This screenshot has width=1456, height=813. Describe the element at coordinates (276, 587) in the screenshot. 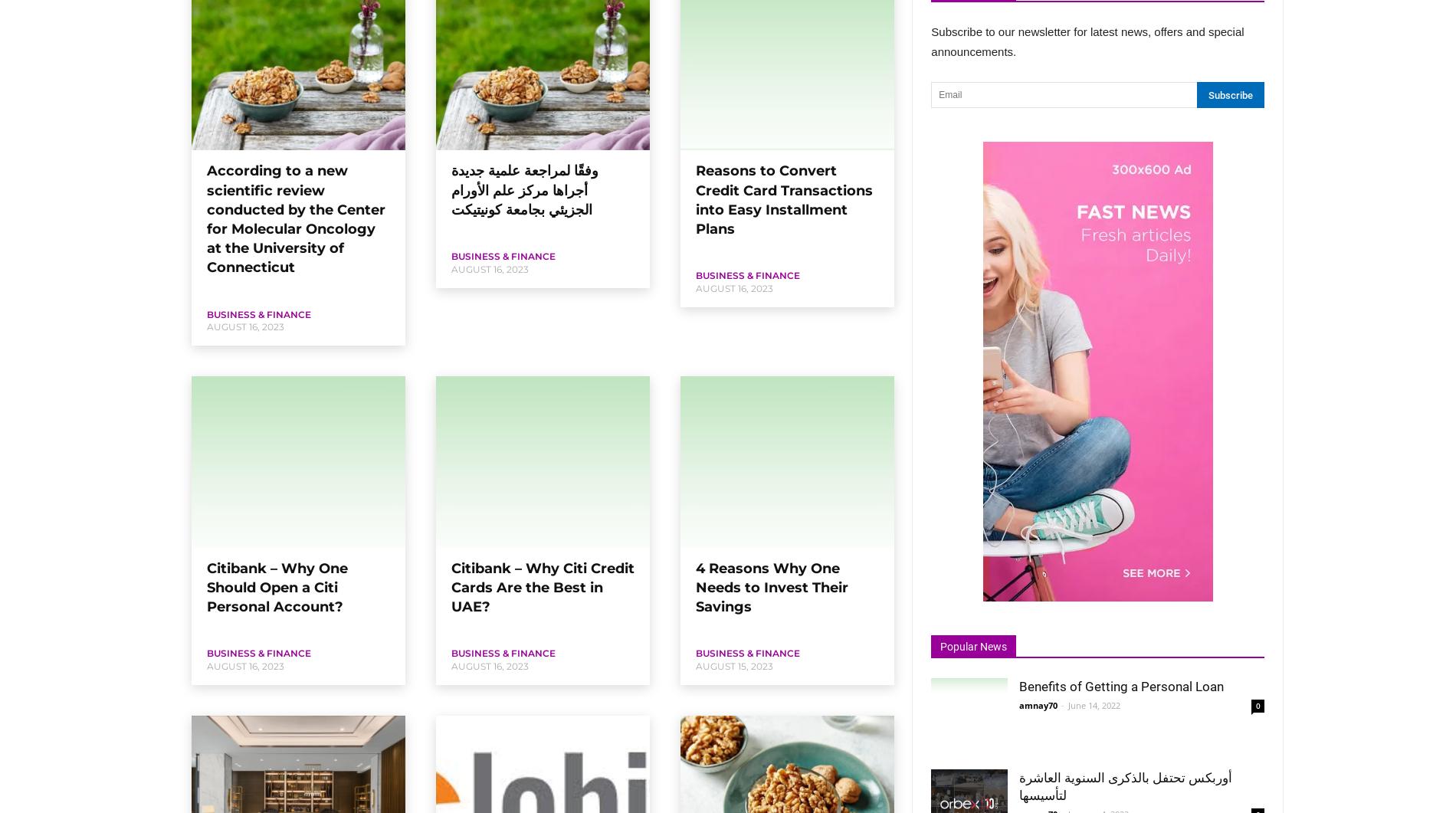

I see `'Citibank – Why One Should Open a Citi Personal Account?'` at that location.